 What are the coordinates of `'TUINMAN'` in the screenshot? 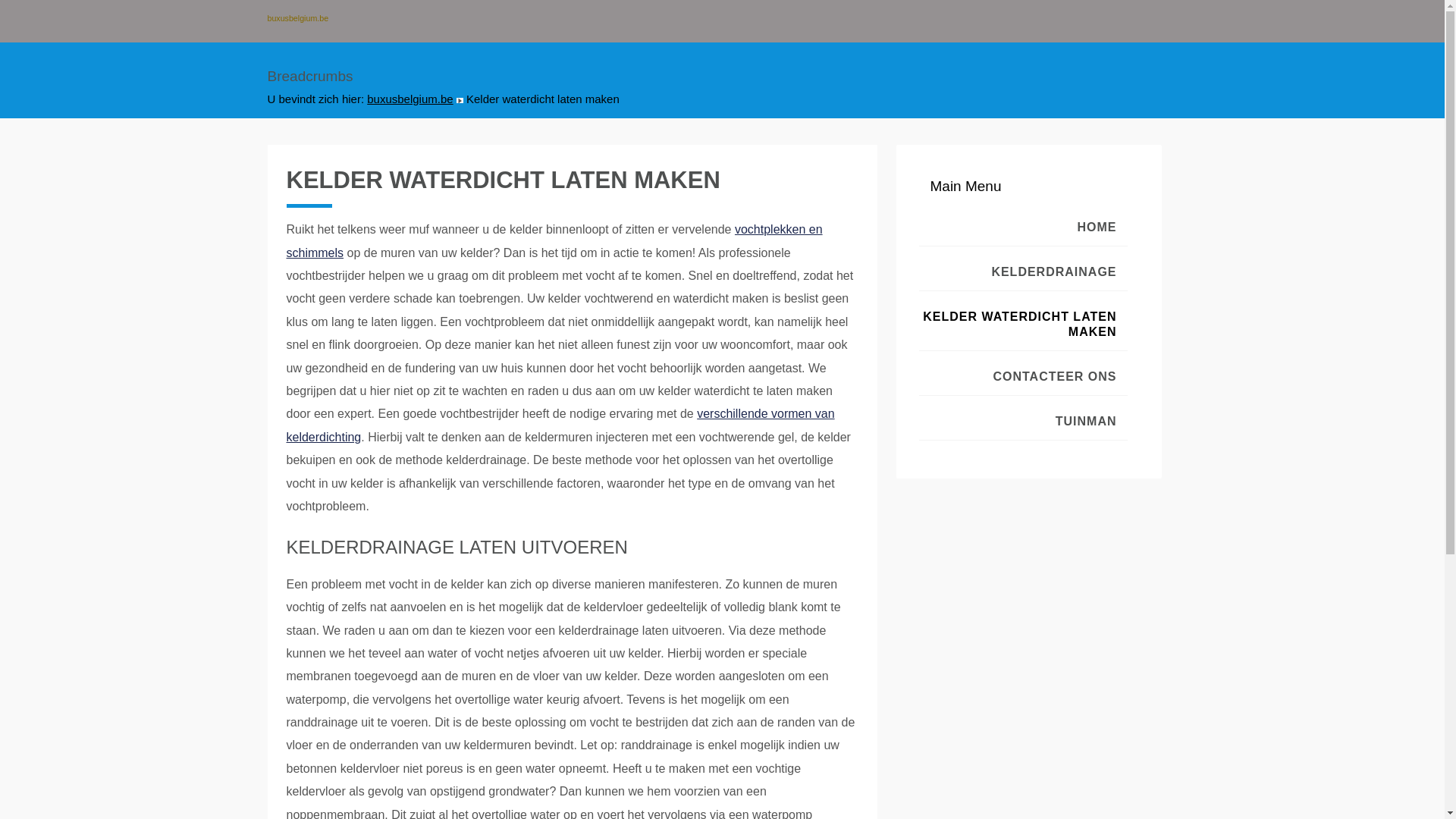 It's located at (1023, 422).